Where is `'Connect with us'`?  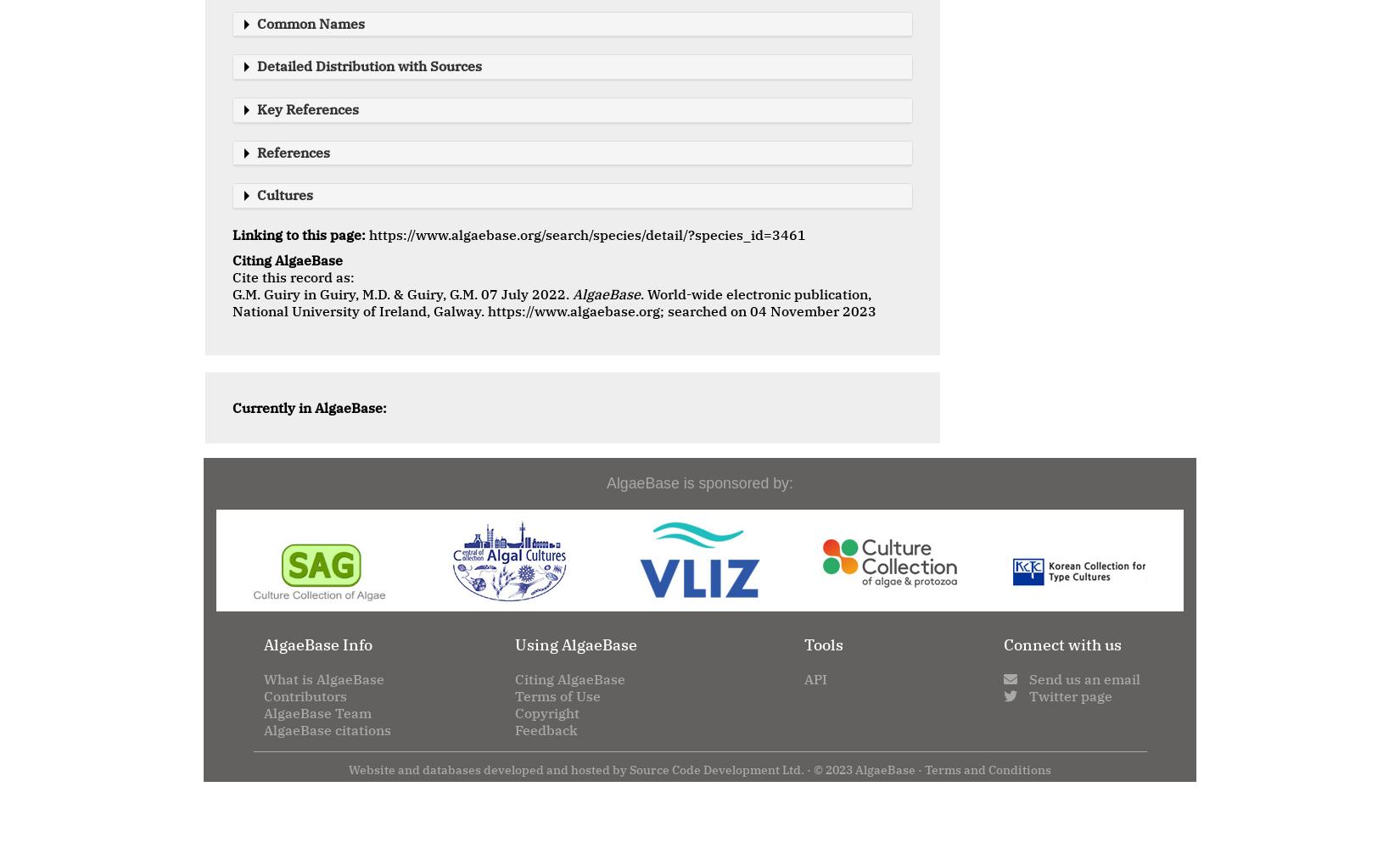 'Connect with us' is located at coordinates (1061, 644).